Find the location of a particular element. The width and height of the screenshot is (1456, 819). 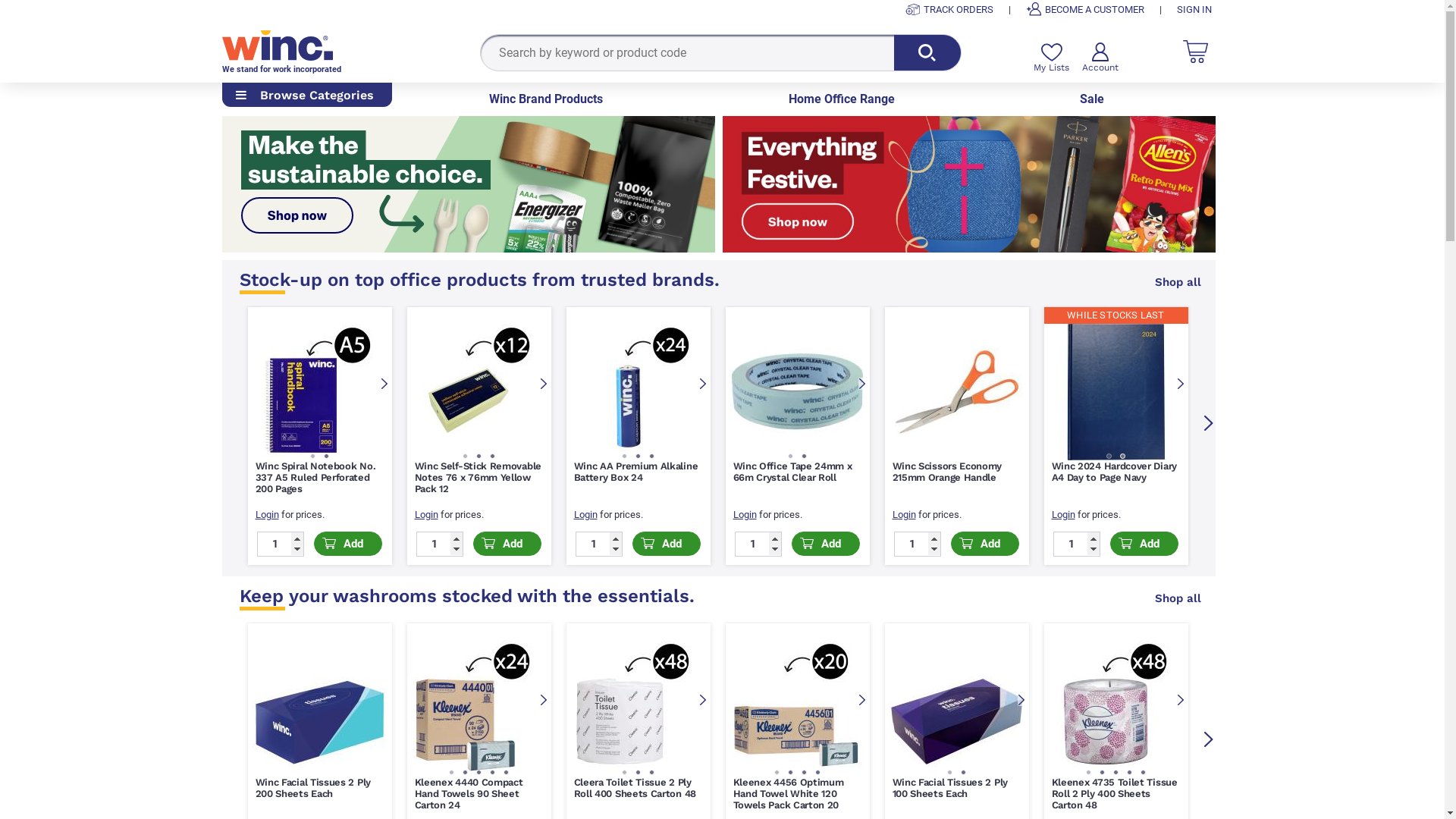

'Next' is located at coordinates (1178, 701).